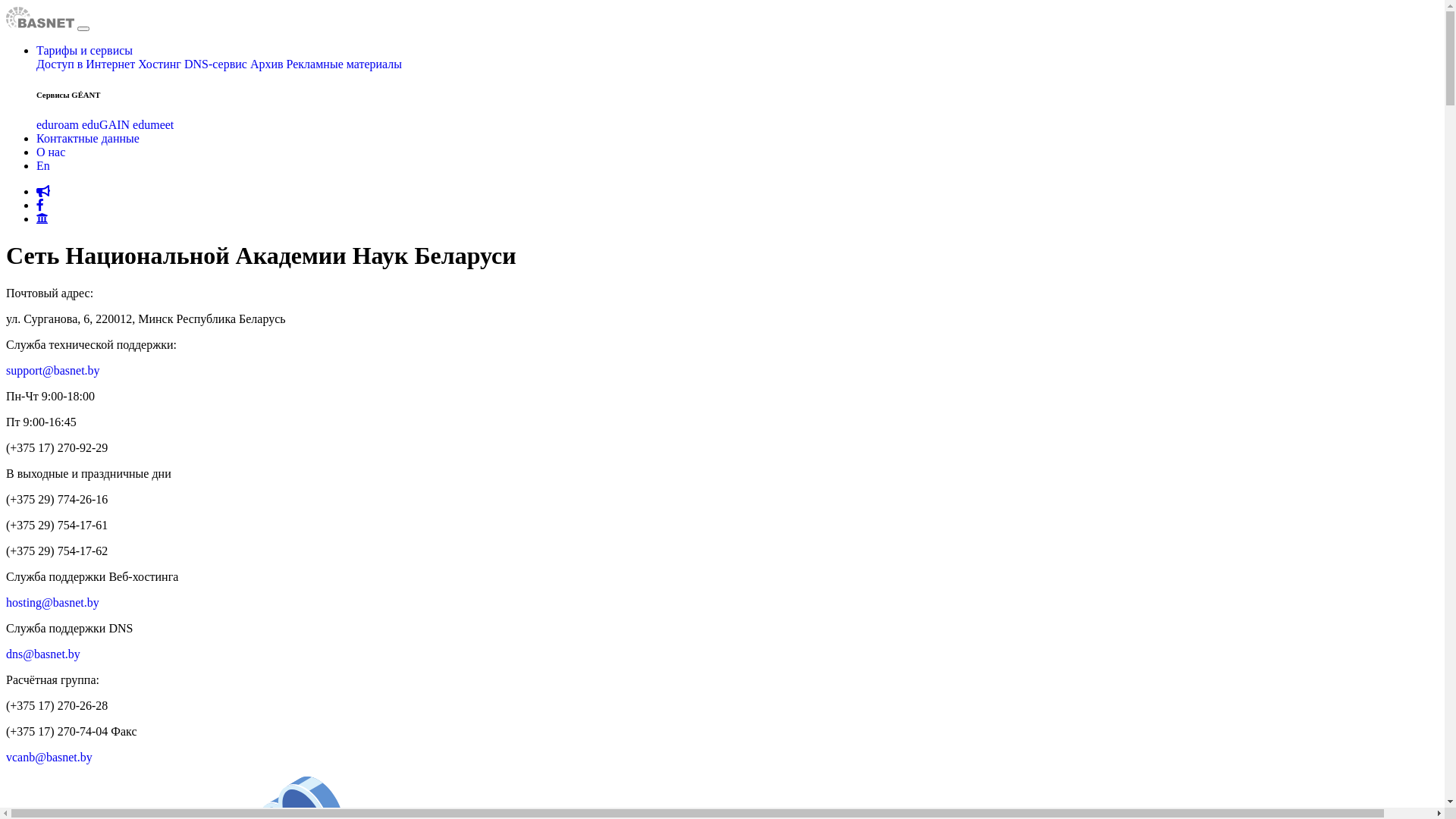 The image size is (1456, 819). I want to click on 'eduroam', so click(58, 124).